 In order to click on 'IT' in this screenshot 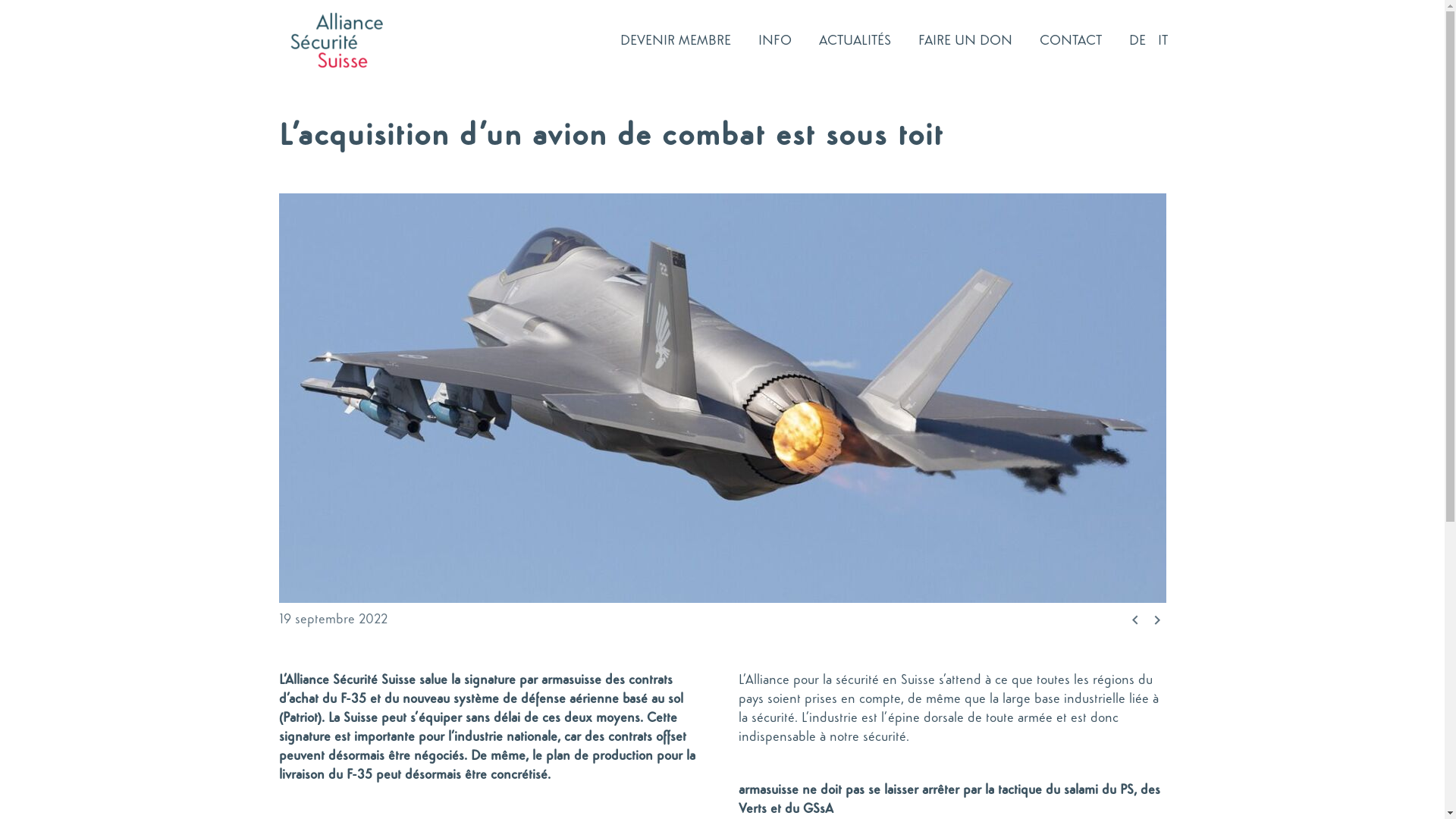, I will do `click(1162, 39)`.